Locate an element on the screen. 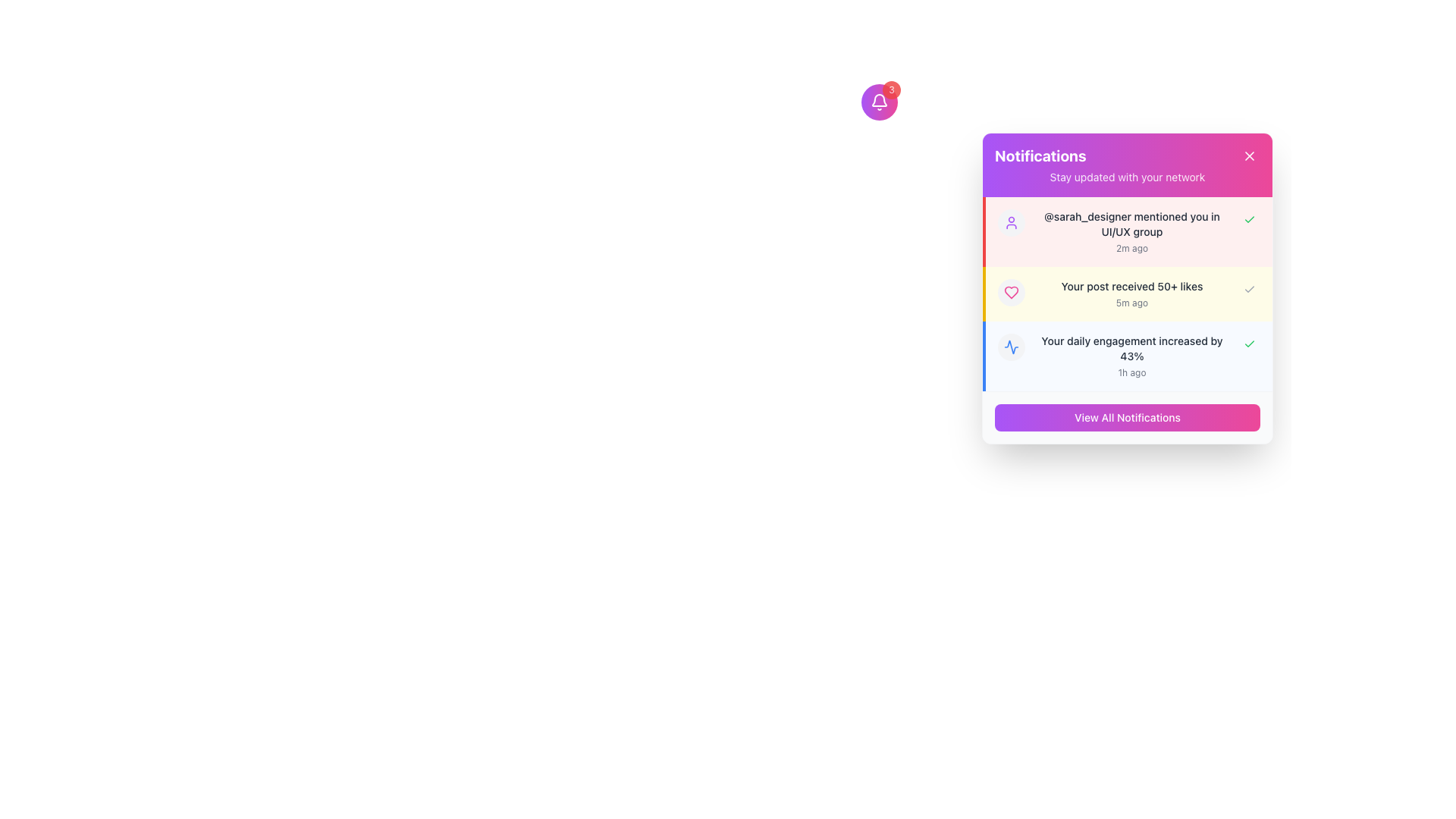 Image resolution: width=1456 pixels, height=819 pixels. the notification read/unread toggle button located at the rightmost side of the notification entry stating 'Your post received 50+ likes' is located at coordinates (1249, 289).